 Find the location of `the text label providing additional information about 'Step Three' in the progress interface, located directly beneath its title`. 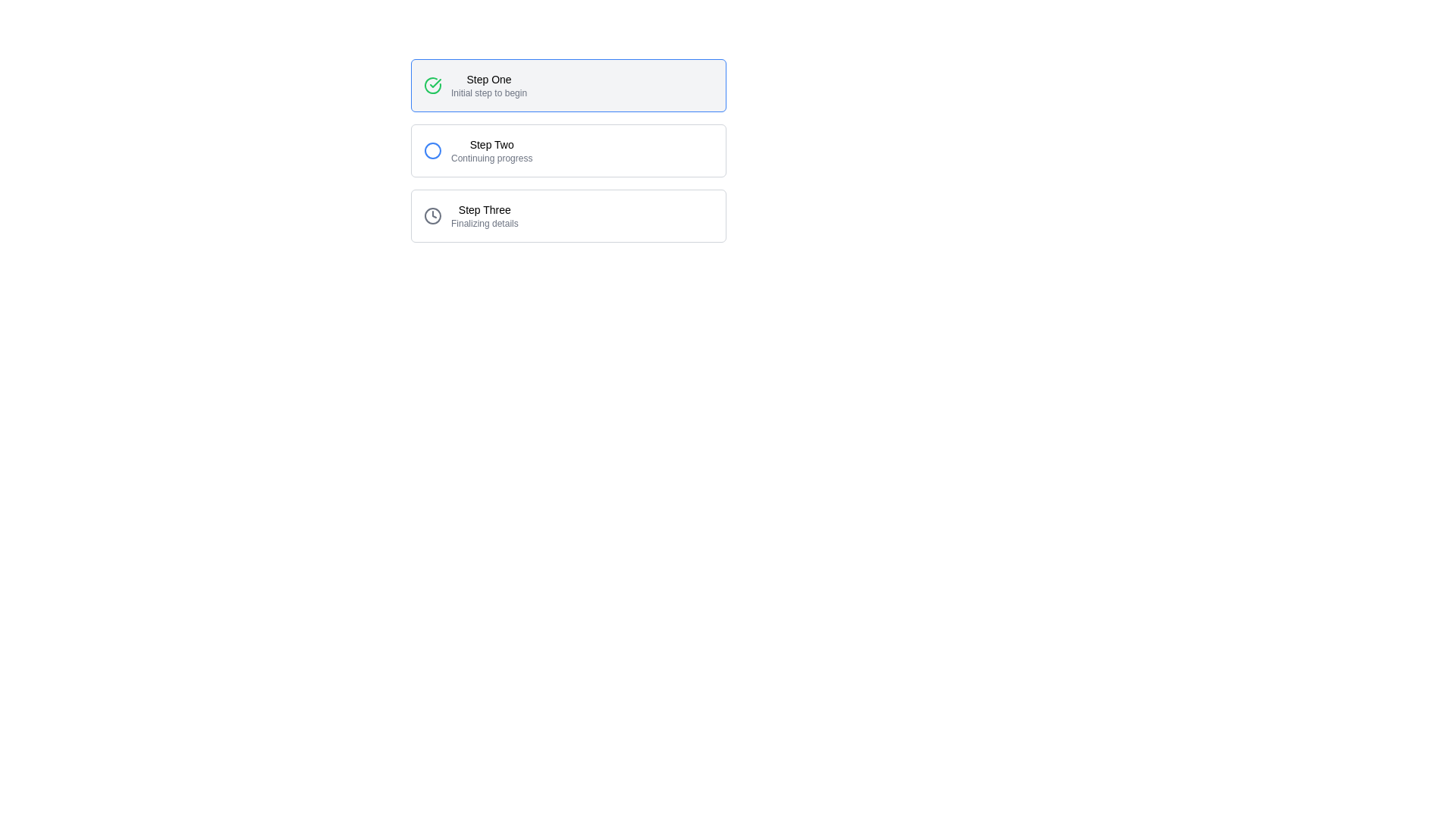

the text label providing additional information about 'Step Three' in the progress interface, located directly beneath its title is located at coordinates (484, 223).